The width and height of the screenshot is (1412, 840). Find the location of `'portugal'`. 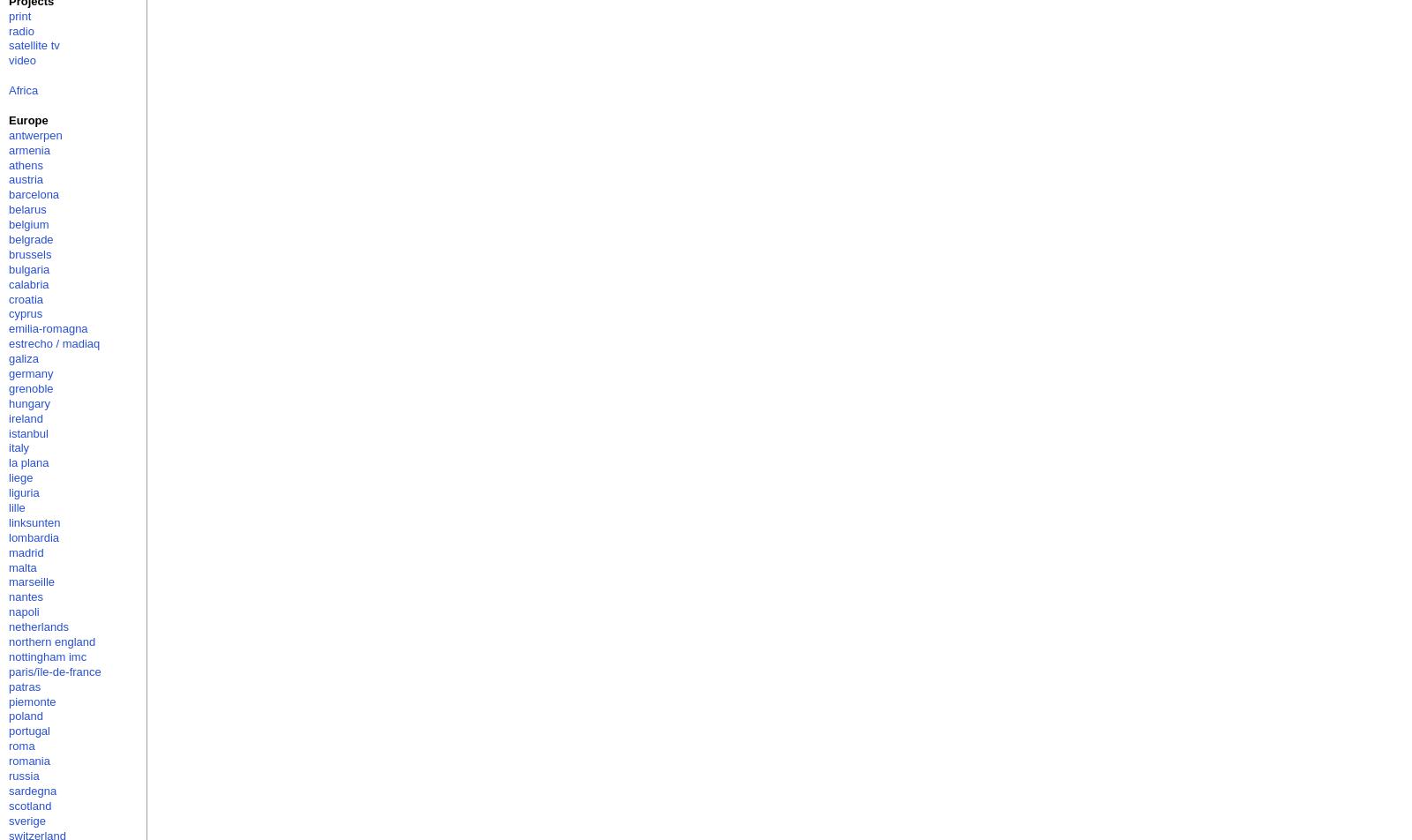

'portugal' is located at coordinates (27, 731).